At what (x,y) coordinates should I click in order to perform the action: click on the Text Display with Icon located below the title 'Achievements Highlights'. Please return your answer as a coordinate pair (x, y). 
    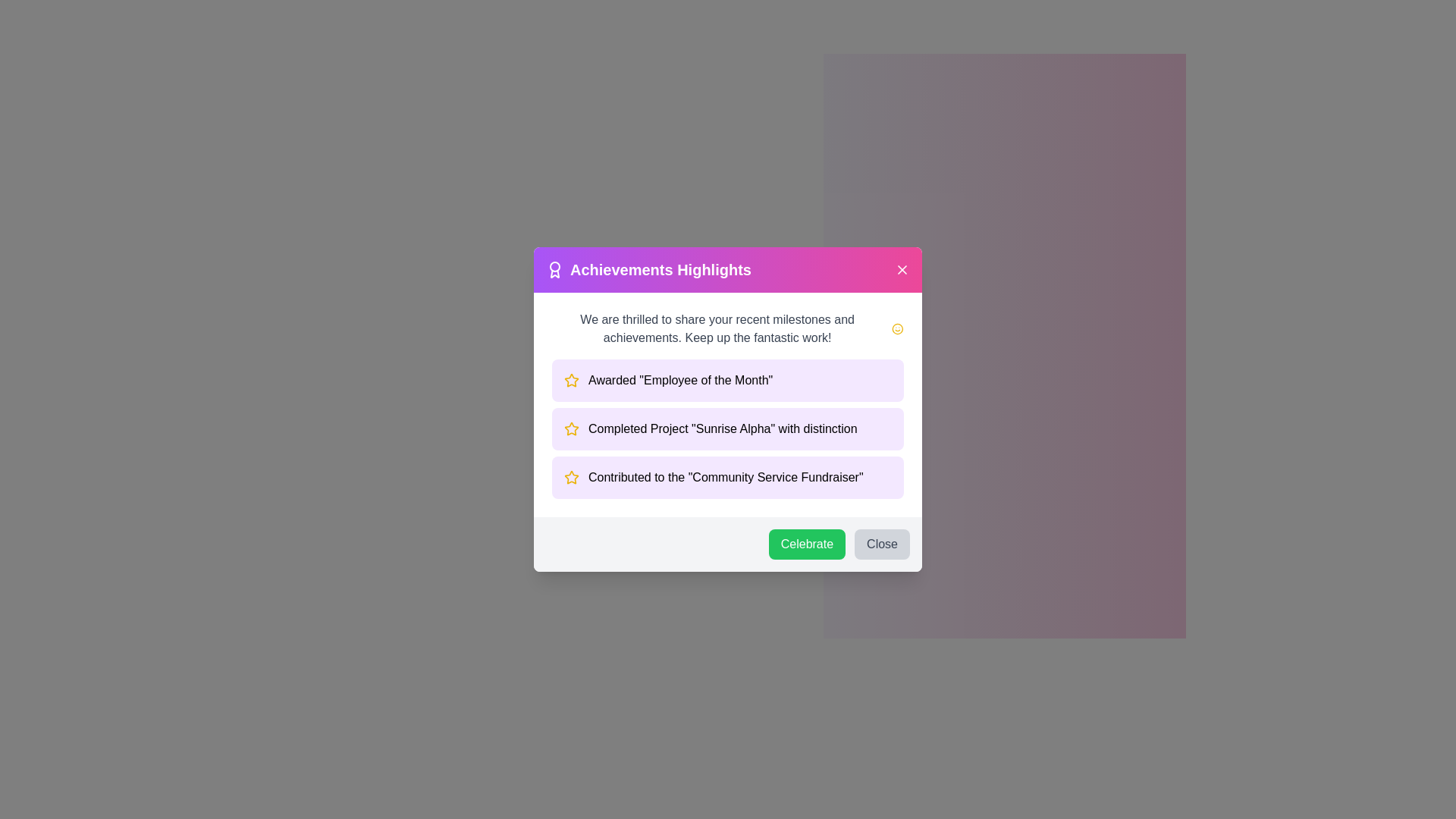
    Looking at the image, I should click on (728, 328).